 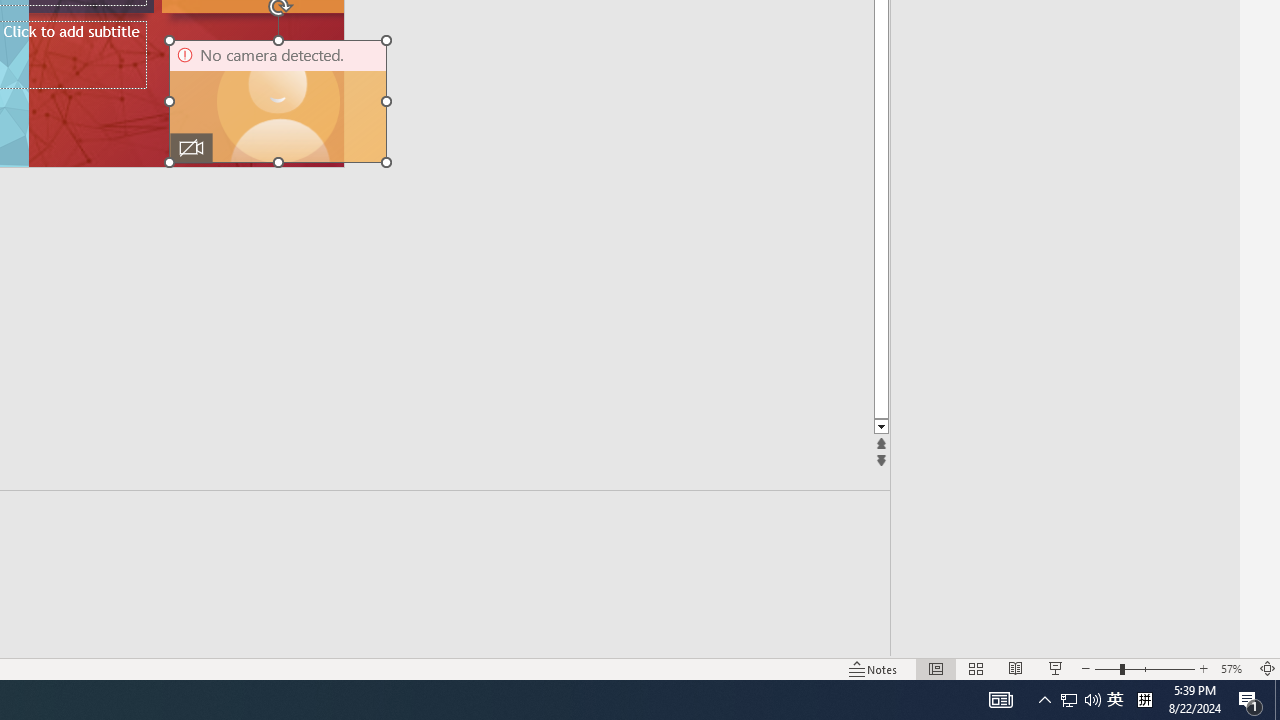 I want to click on 'Zoom', so click(x=1144, y=669).